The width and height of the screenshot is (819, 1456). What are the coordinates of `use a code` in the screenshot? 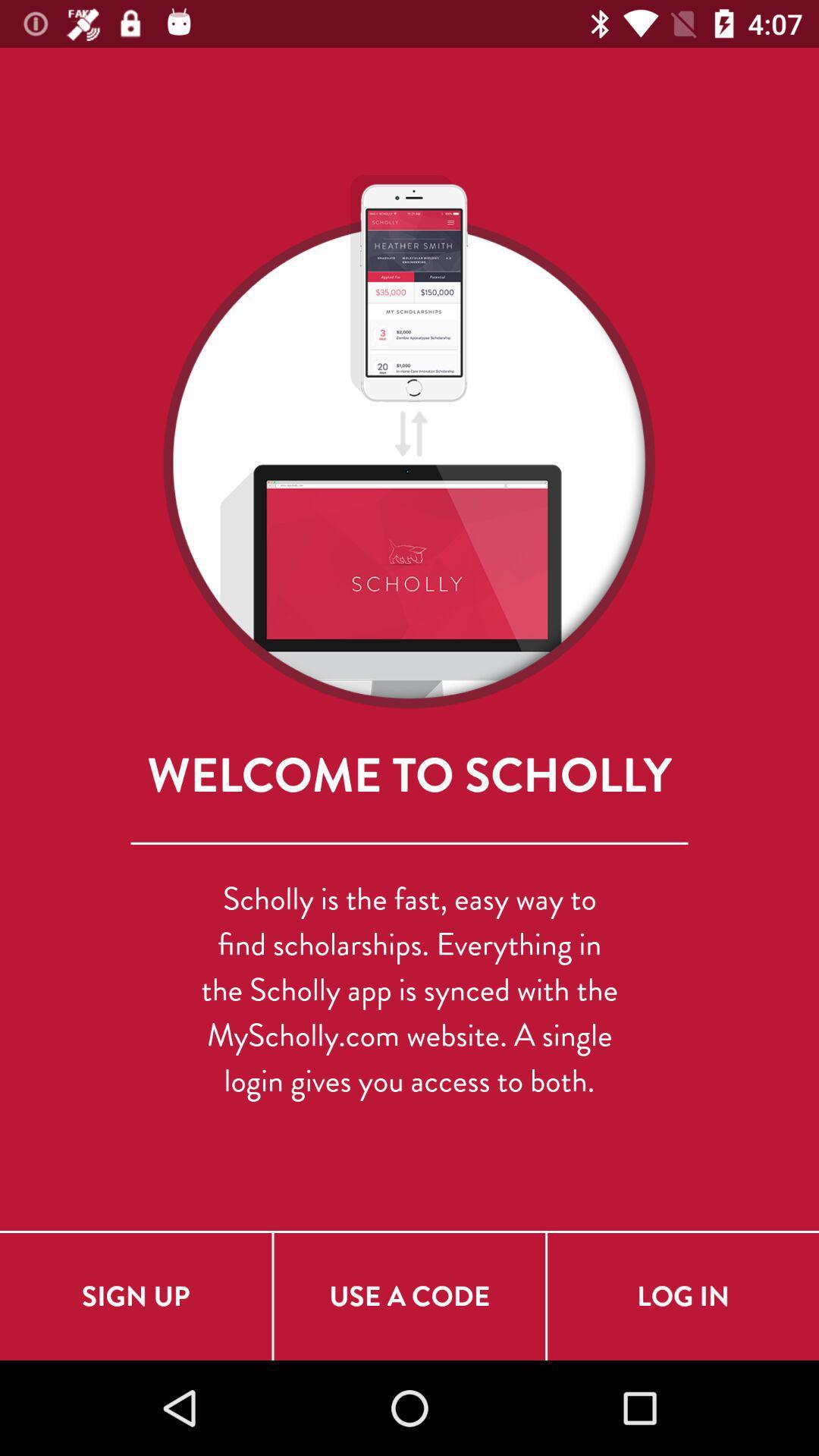 It's located at (409, 1295).